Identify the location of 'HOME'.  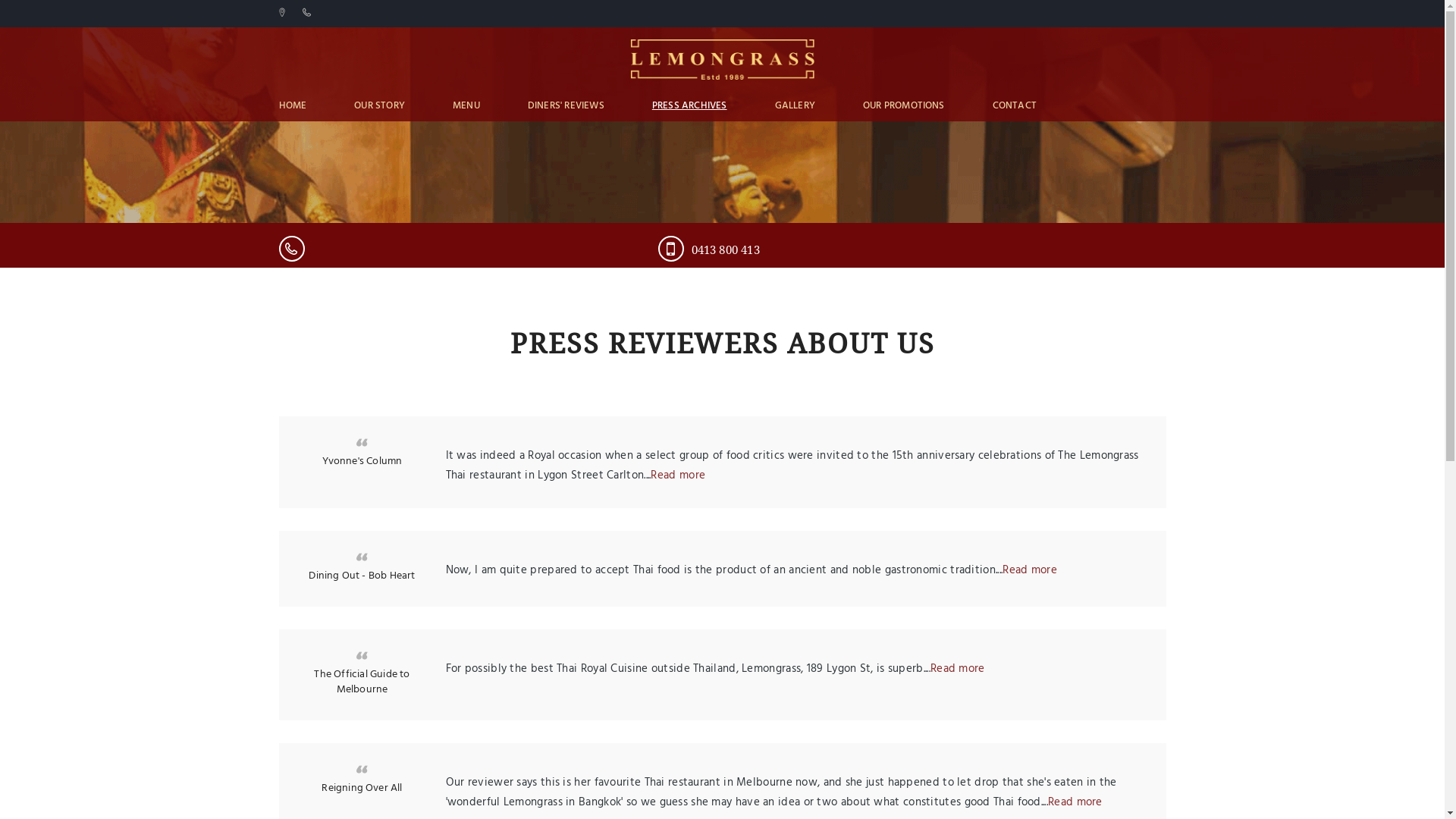
(293, 105).